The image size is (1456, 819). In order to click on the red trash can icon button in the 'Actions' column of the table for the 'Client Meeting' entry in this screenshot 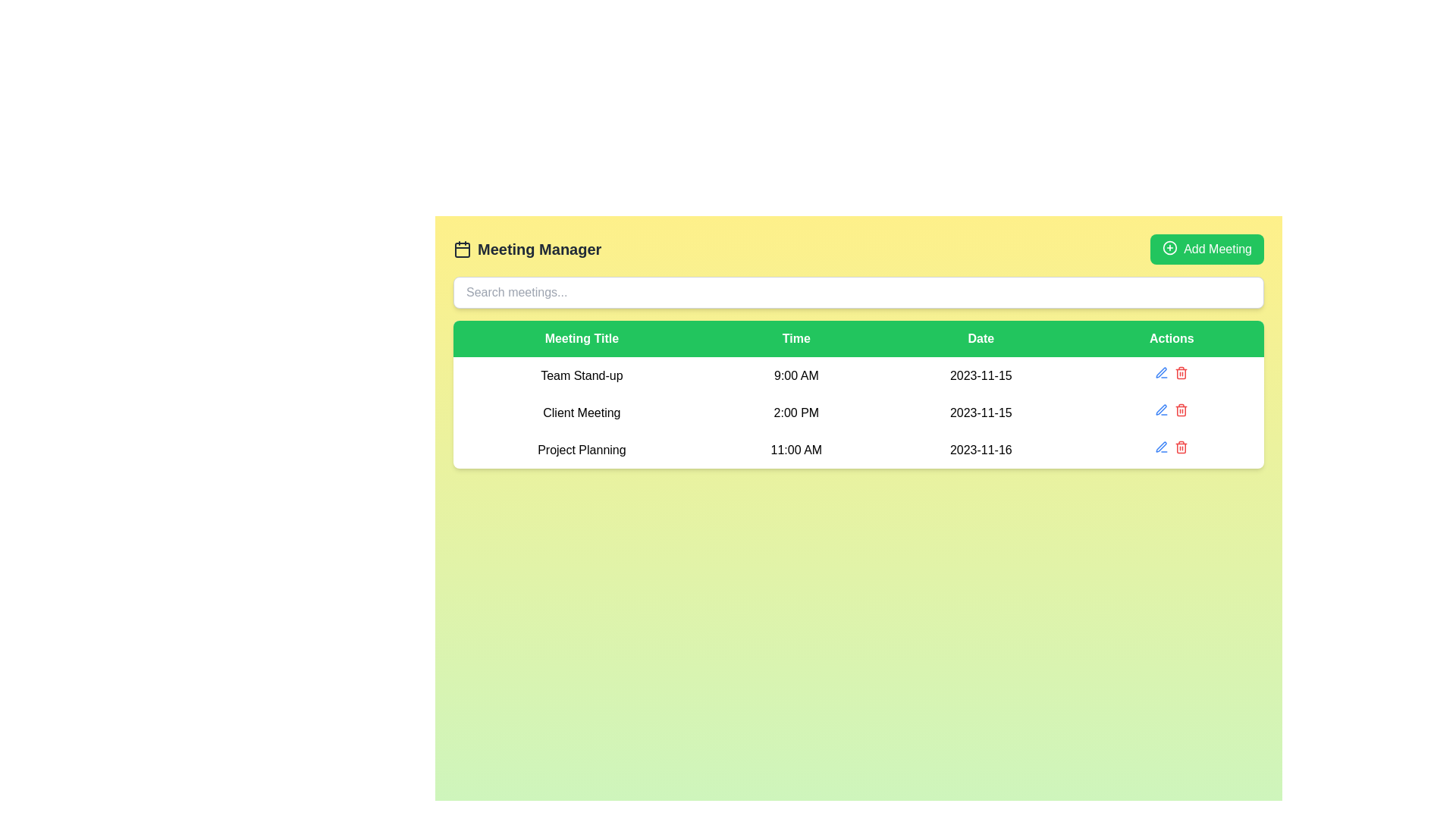, I will do `click(1181, 447)`.